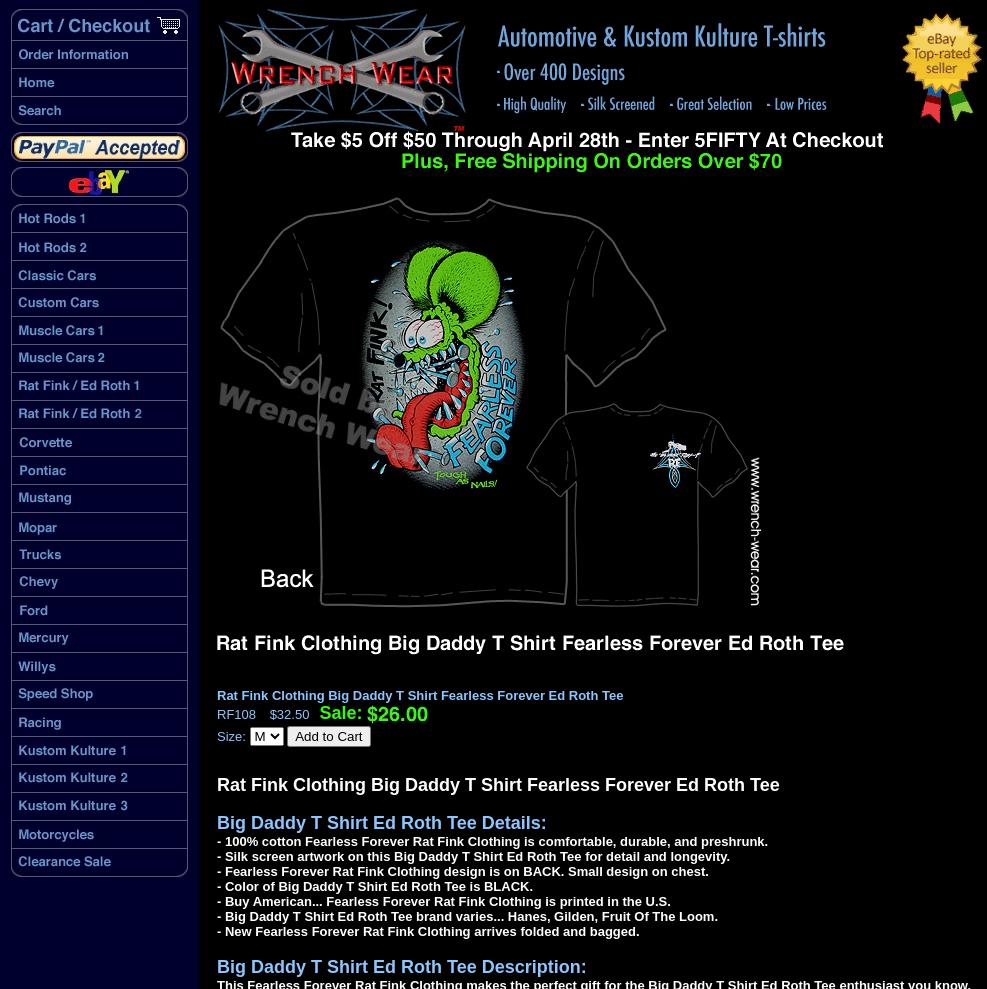 The height and width of the screenshot is (989, 987). Describe the element at coordinates (461, 871) in the screenshot. I see `'- Fearless Forever Rat Fink Clothing design is on BACK. Small design on chest.'` at that location.